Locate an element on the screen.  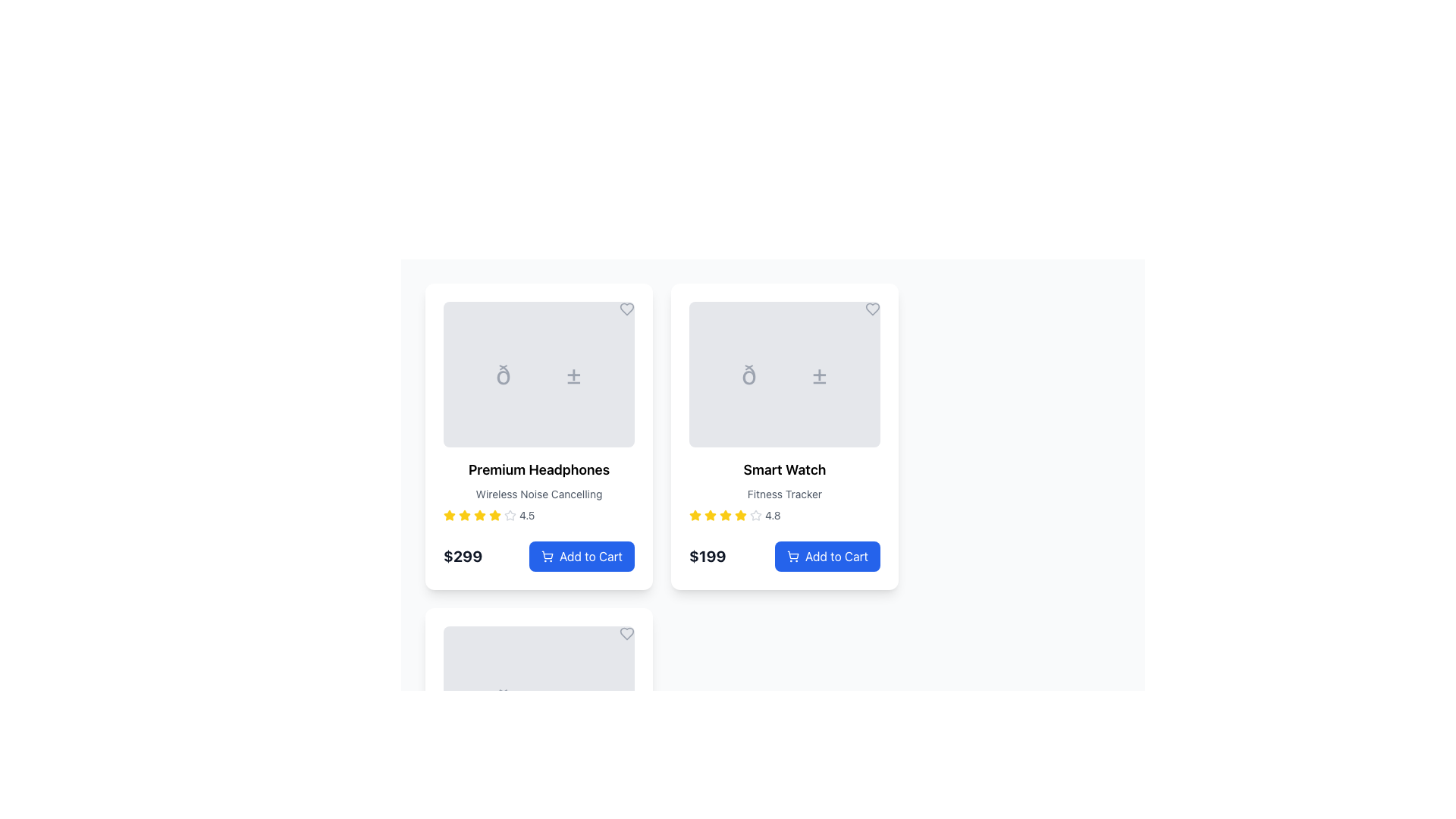
the image placeholder for the 'Smart Watch' product located at the top-center of the product card is located at coordinates (785, 374).